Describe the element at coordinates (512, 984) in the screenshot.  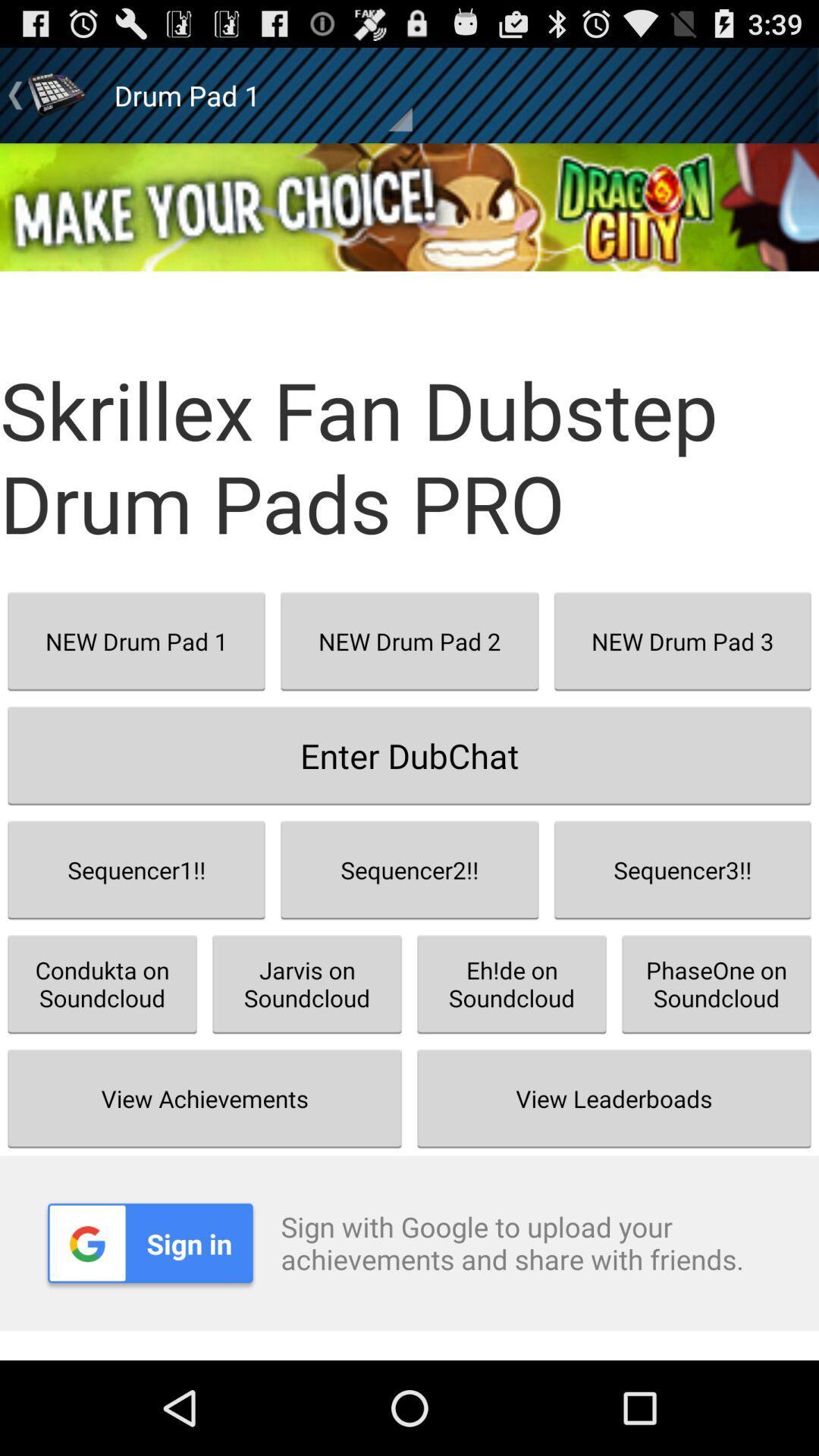
I see `button below the sequencer2!! button` at that location.